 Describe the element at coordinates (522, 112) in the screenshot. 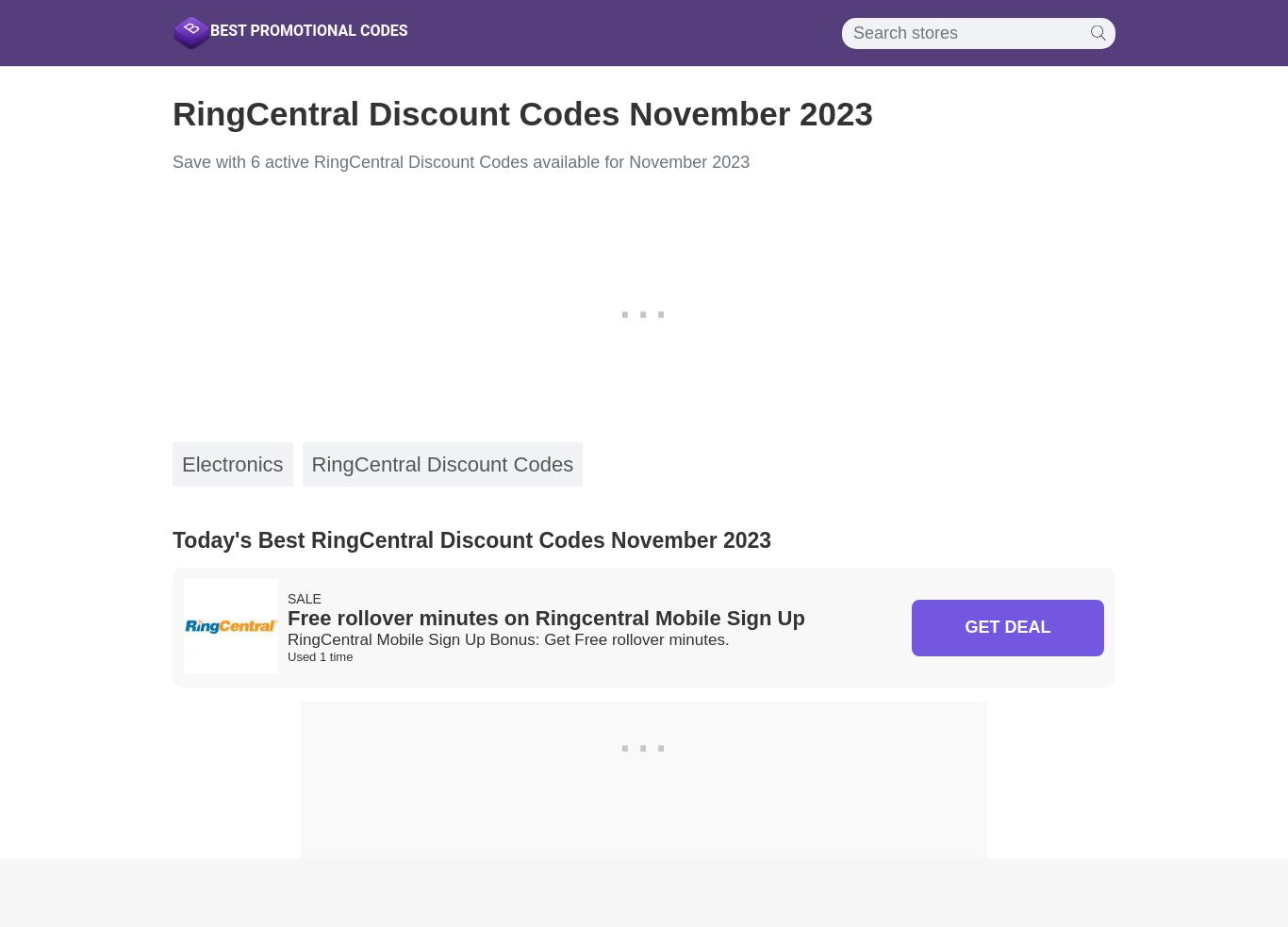

I see `'RingCentral Discount Codes November 2023'` at that location.